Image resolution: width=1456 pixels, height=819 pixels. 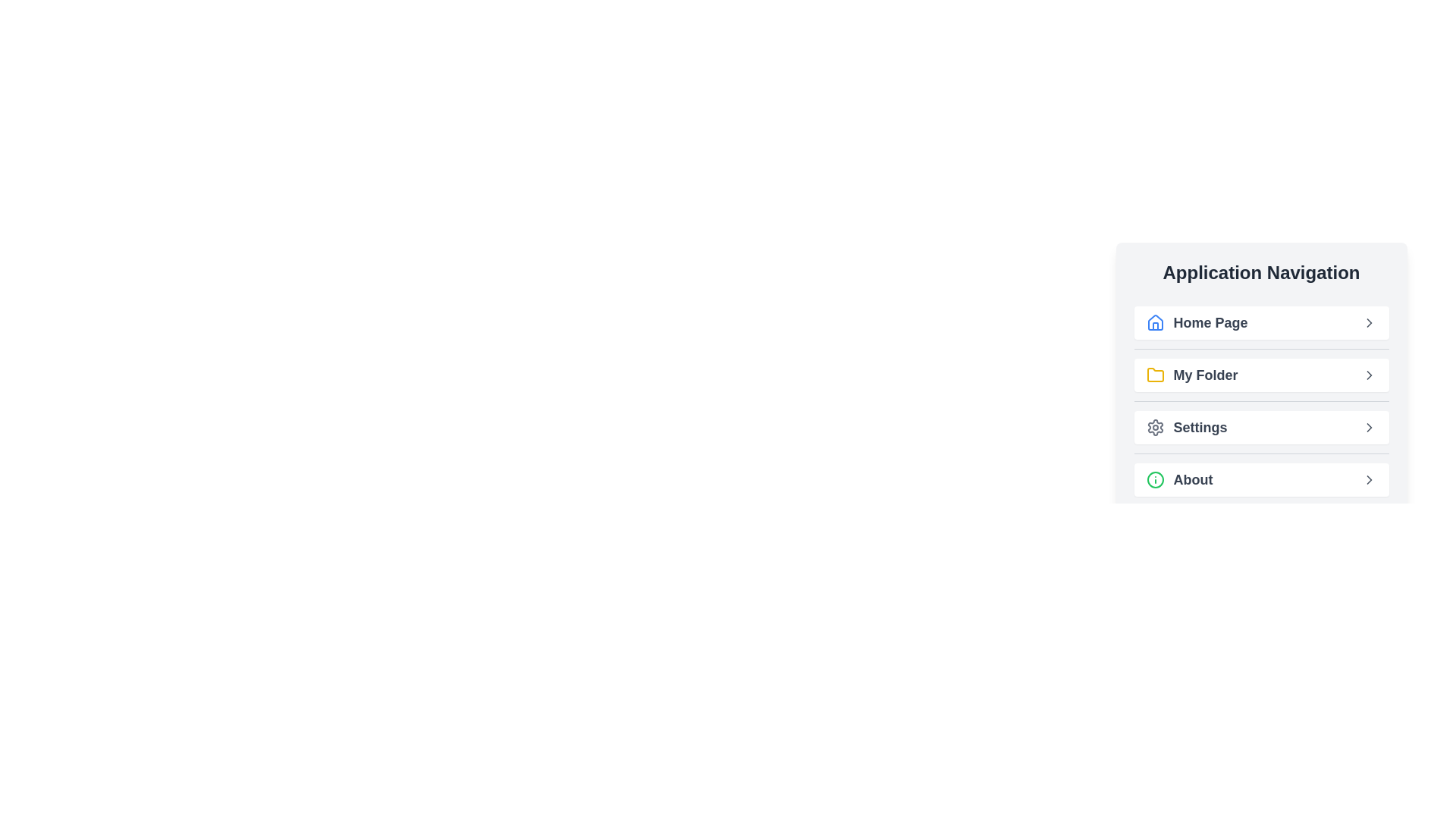 What do you see at coordinates (1261, 271) in the screenshot?
I see `the static text header located at the top of the vertical navigation panel, which serves as the title for the panel and is centered horizontally above the buttons labeled 'Home Page,' 'My Folder,' 'Settings,' and 'About.'` at bounding box center [1261, 271].